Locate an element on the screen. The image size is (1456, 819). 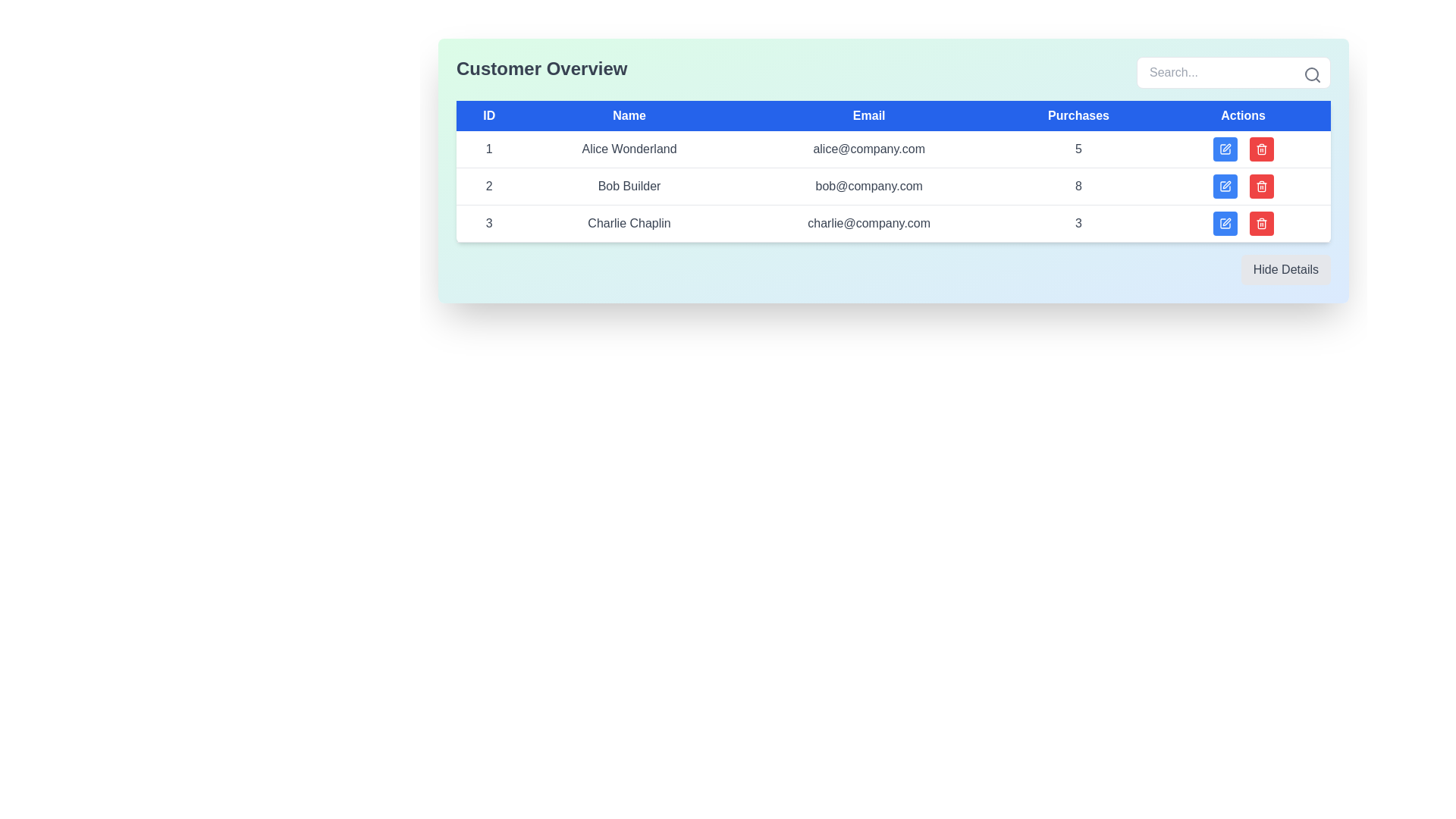
the edit icon in the 'Actions' column of the table for the entry corresponding to 'Charlie Chaplin' to initiate editing is located at coordinates (1225, 223).